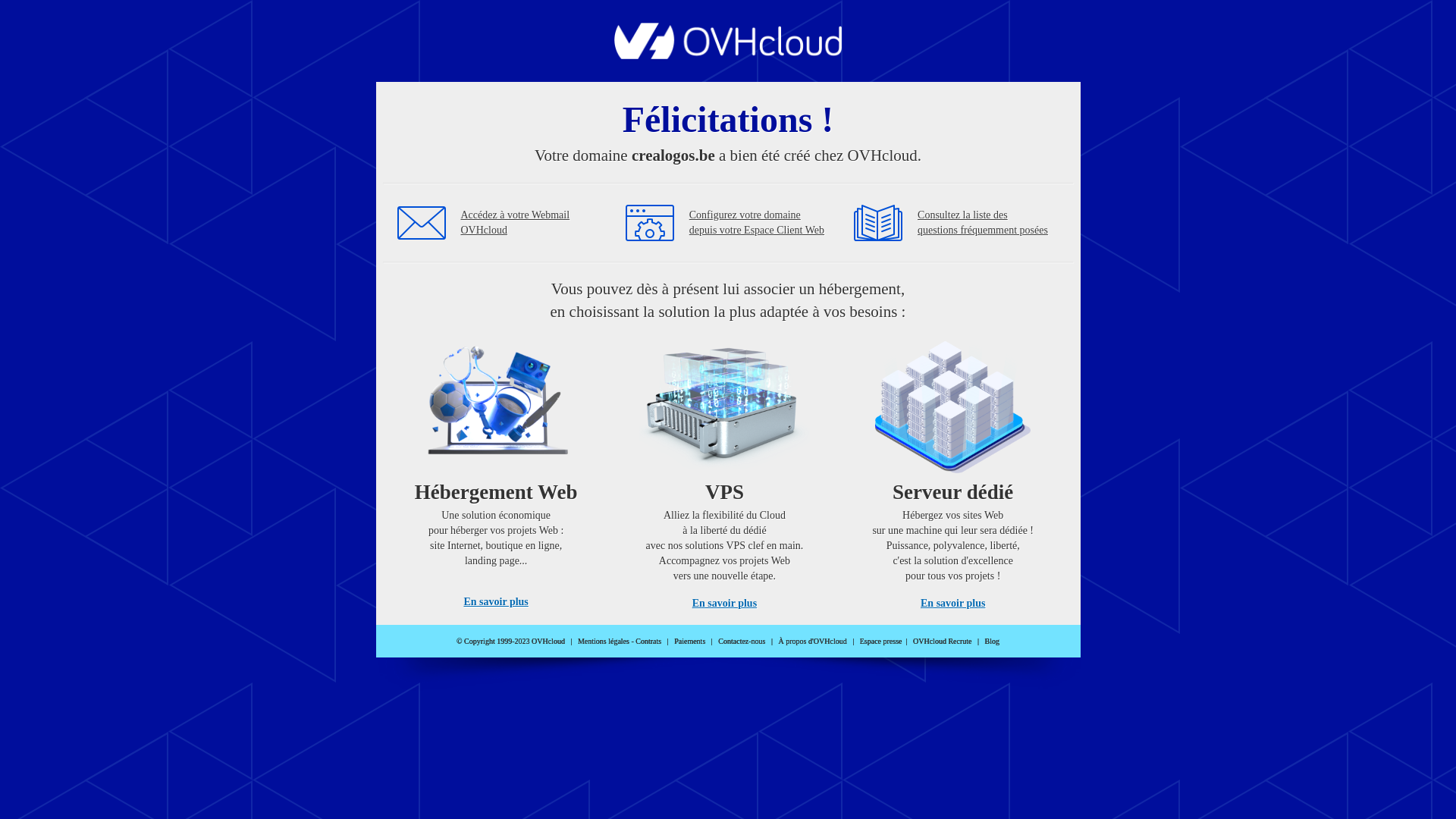 Image resolution: width=1456 pixels, height=819 pixels. What do you see at coordinates (728, 54) in the screenshot?
I see `'OVHcloud'` at bounding box center [728, 54].